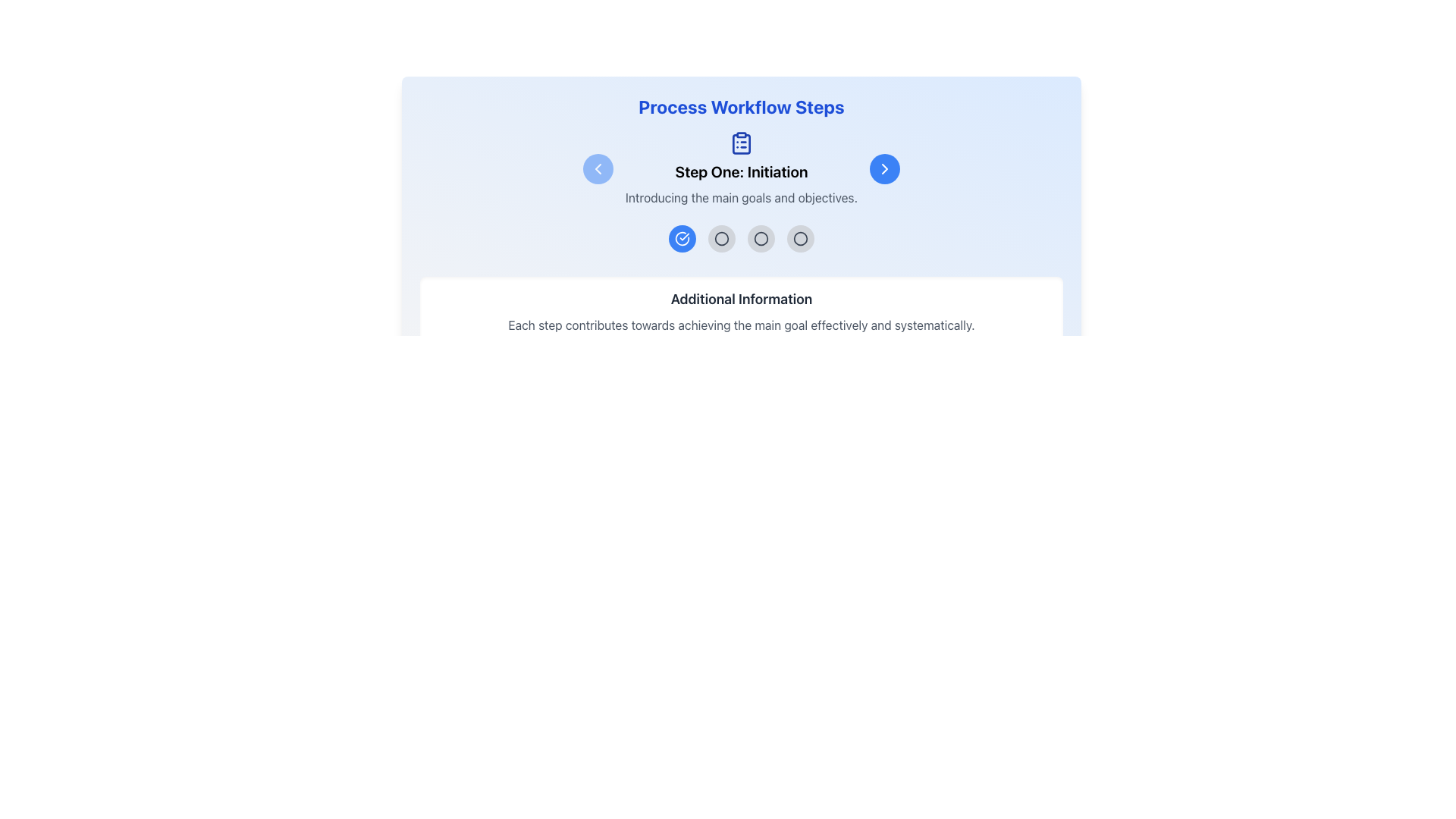  Describe the element at coordinates (800, 239) in the screenshot. I see `the icon within the circular button located at the center of the group of selectable icons below 'Step One: Initiation'` at that location.